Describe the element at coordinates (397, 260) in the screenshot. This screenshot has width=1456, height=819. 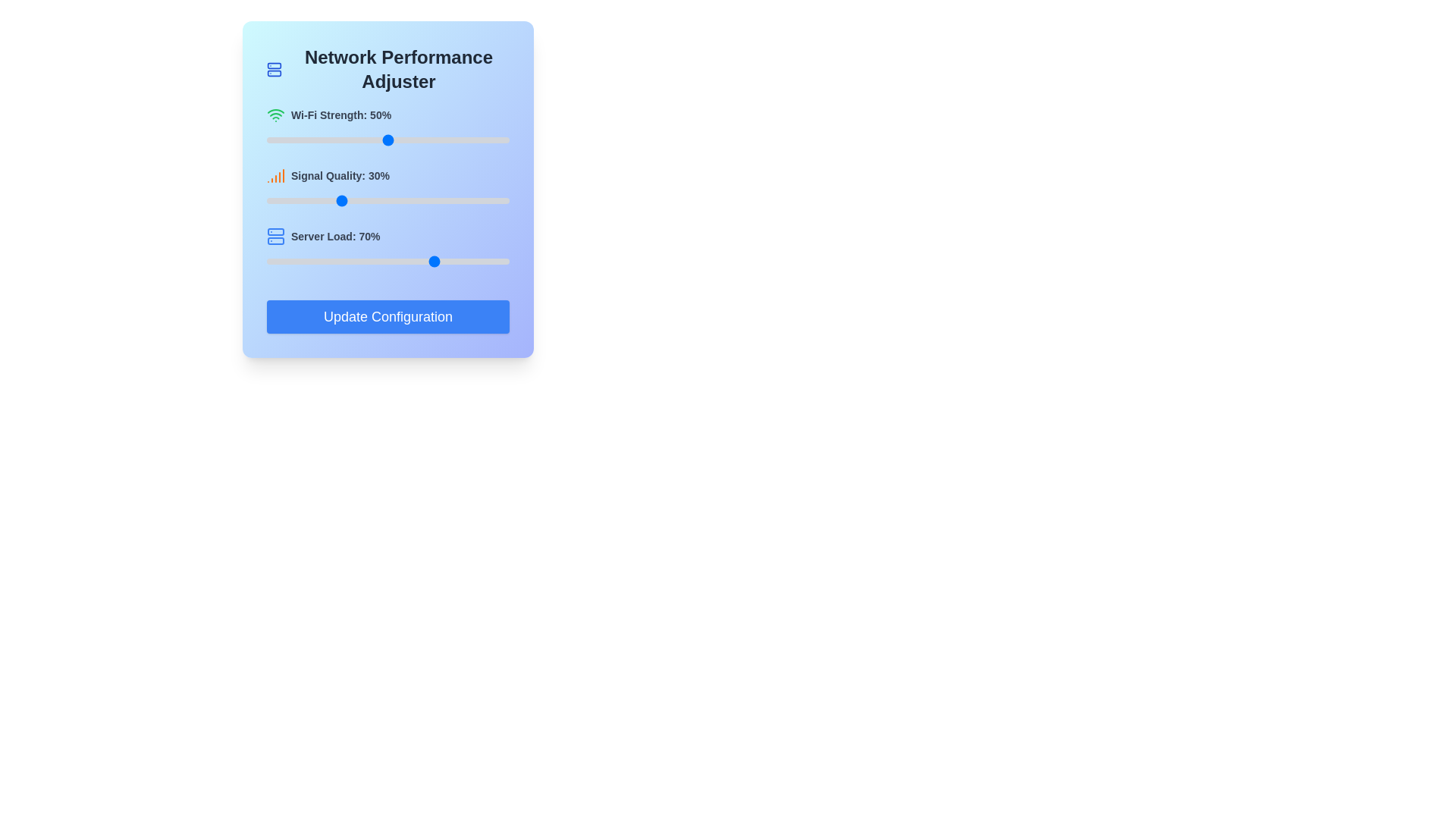
I see `the Server Load slider` at that location.